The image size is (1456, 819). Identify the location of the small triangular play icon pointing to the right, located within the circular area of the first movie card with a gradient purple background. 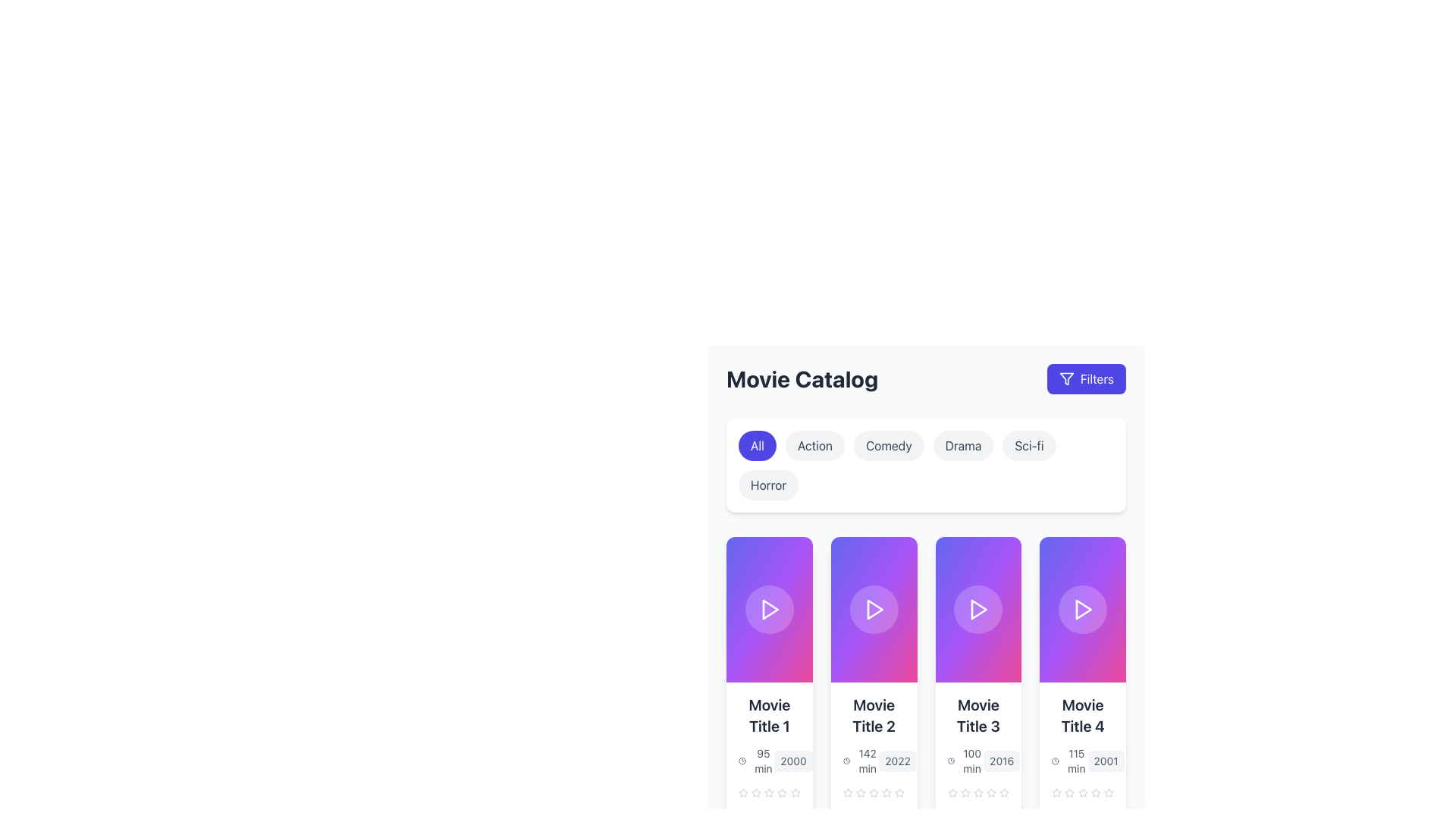
(770, 608).